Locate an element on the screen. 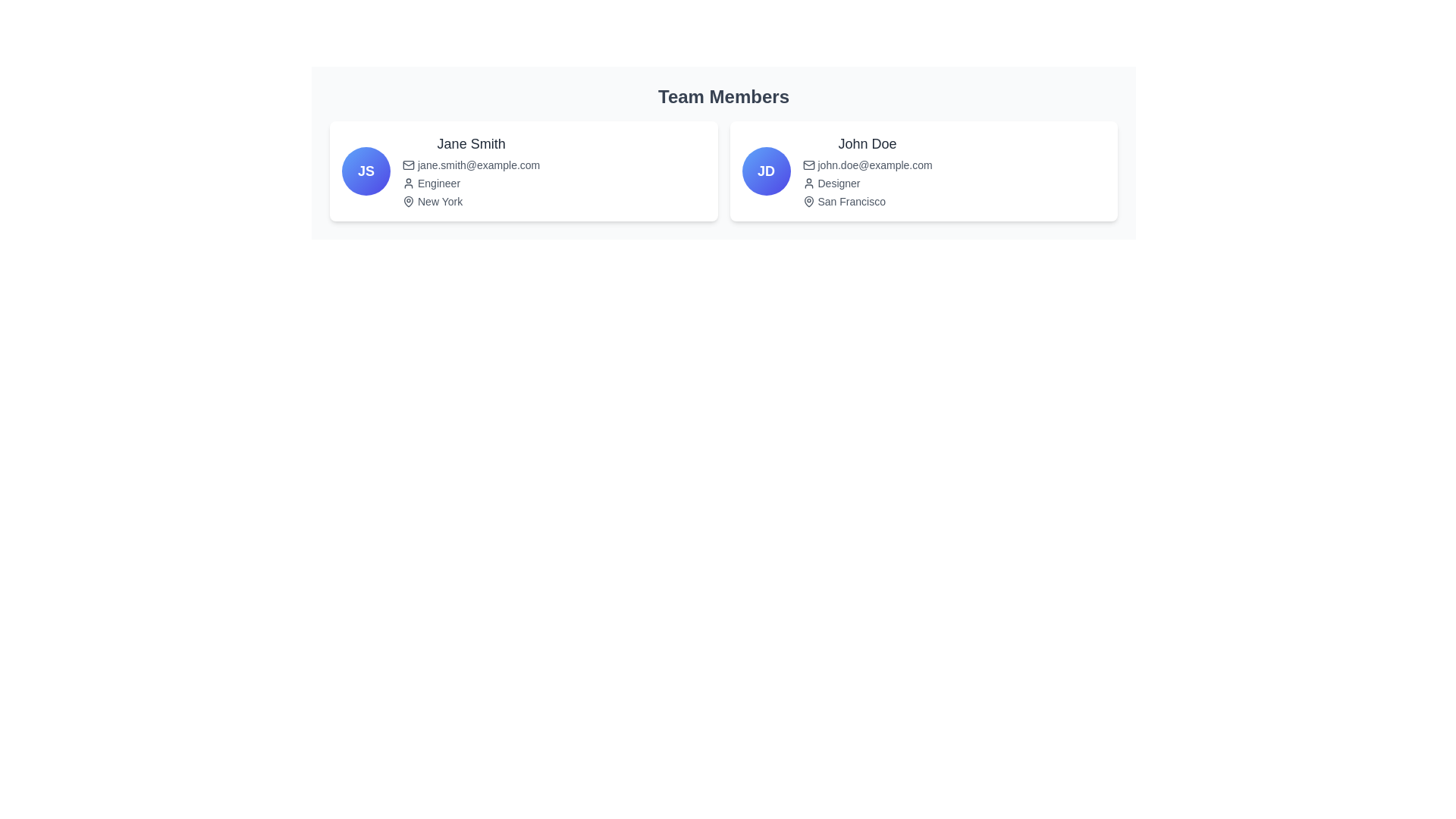  the envelope icon, which is styled minimally with a thin outline and is situated to the left of the text 'jane.smith@example.com' is located at coordinates (408, 165).